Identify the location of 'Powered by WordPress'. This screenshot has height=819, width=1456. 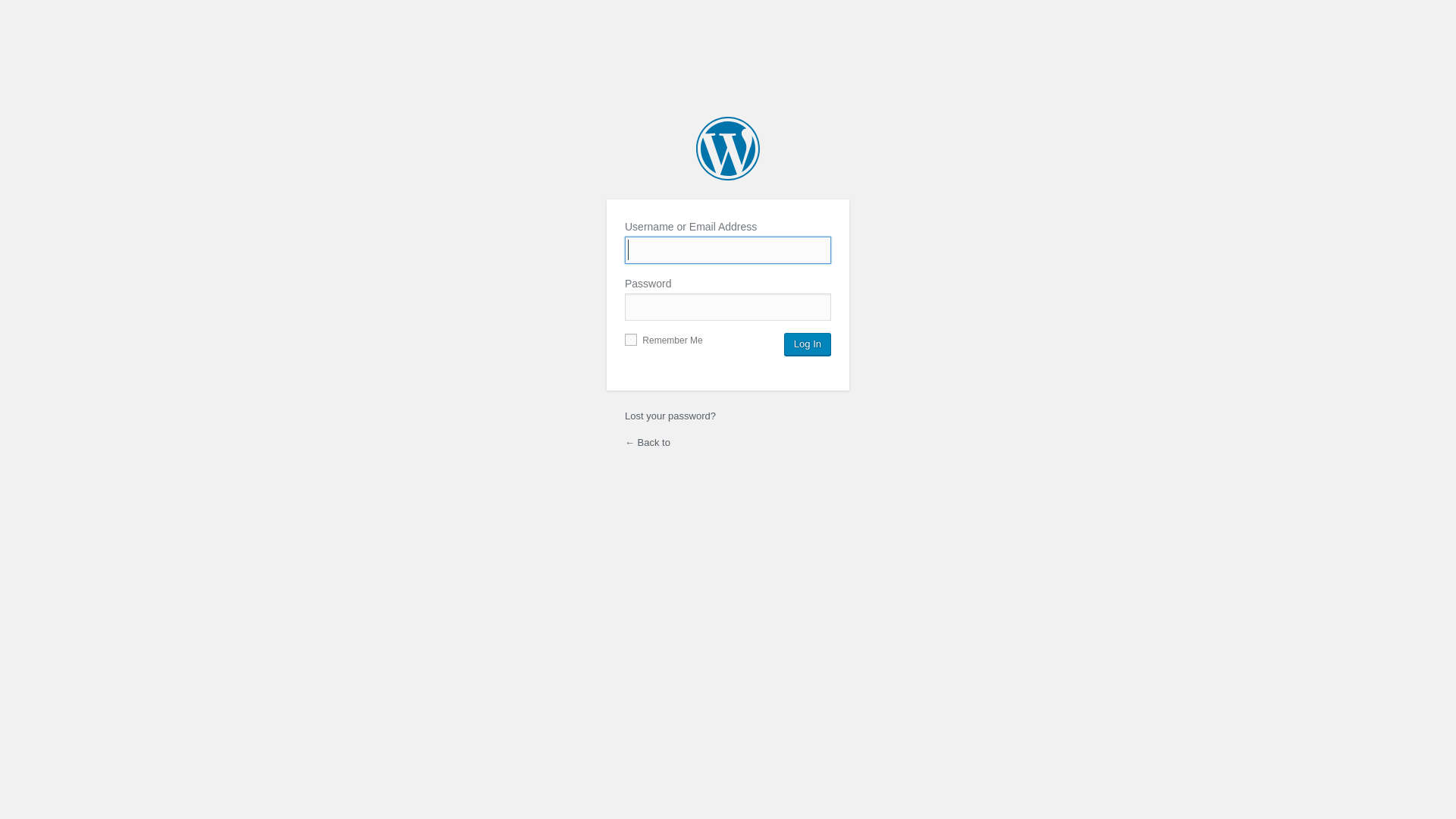
(695, 149).